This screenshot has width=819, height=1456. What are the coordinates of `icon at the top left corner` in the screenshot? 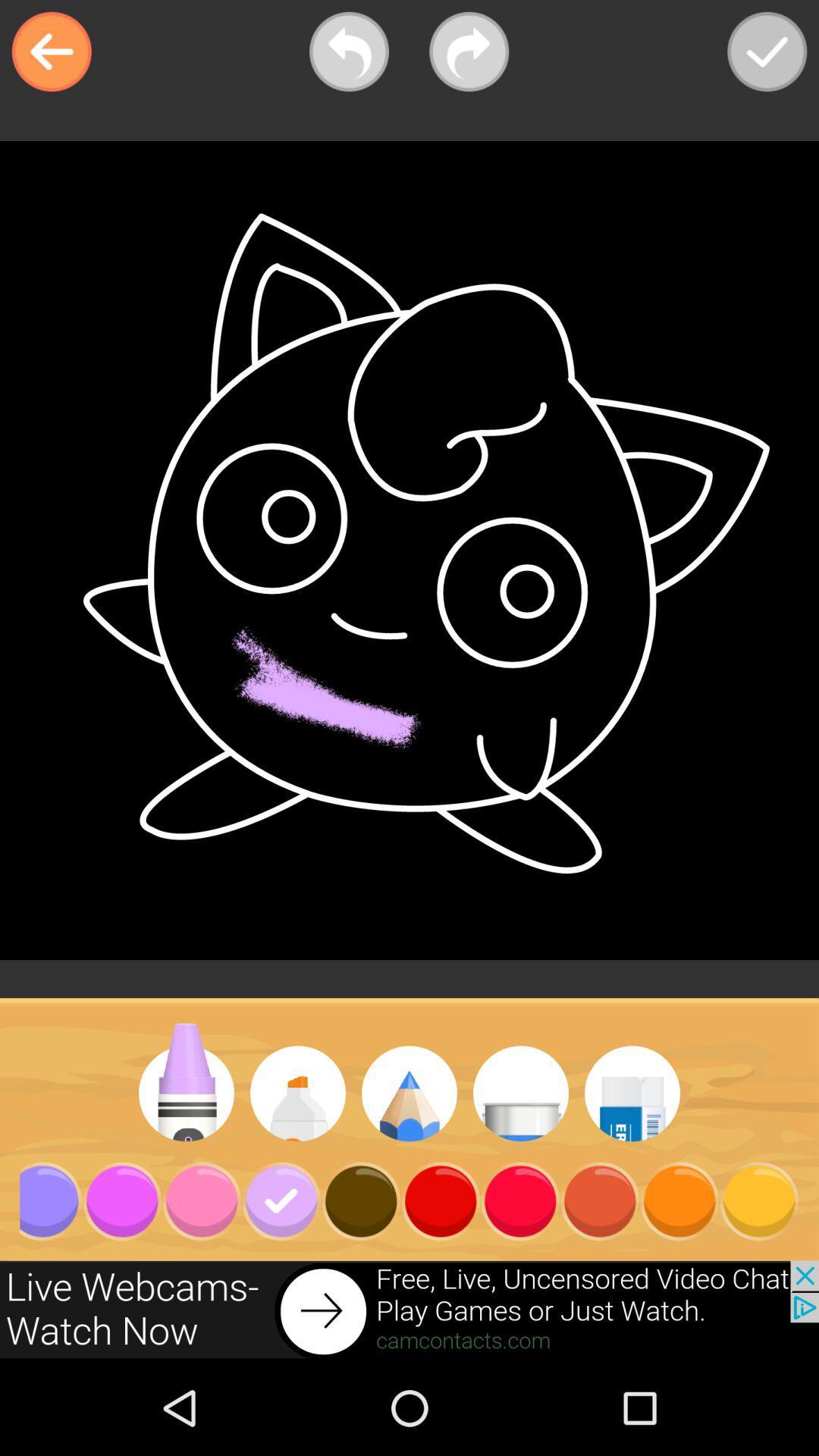 It's located at (51, 52).